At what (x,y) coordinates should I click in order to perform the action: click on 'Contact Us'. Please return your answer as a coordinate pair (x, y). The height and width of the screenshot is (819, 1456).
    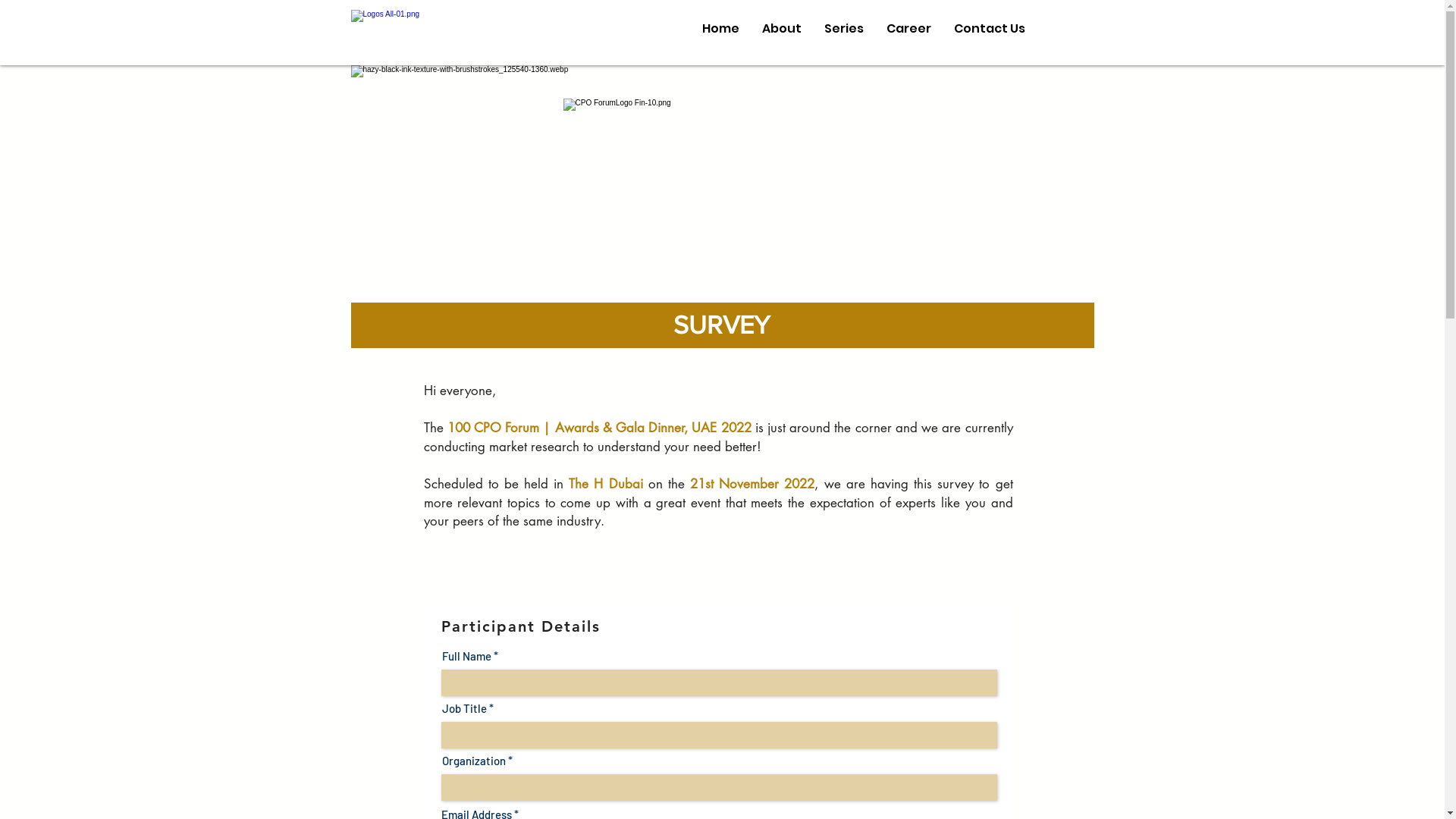
    Looking at the image, I should click on (941, 28).